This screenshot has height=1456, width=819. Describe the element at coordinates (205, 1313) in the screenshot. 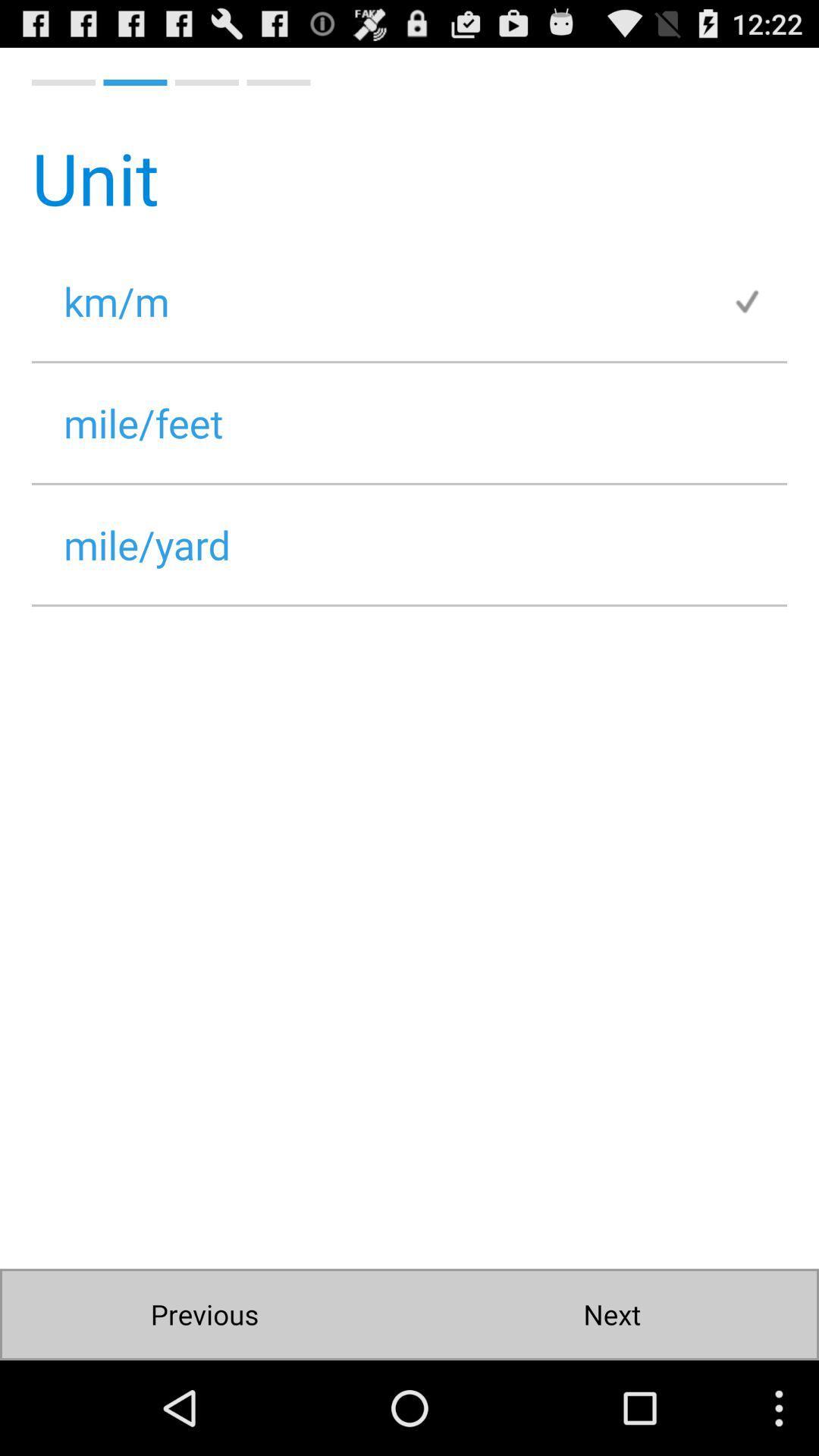

I see `the icon at the bottom left corner` at that location.